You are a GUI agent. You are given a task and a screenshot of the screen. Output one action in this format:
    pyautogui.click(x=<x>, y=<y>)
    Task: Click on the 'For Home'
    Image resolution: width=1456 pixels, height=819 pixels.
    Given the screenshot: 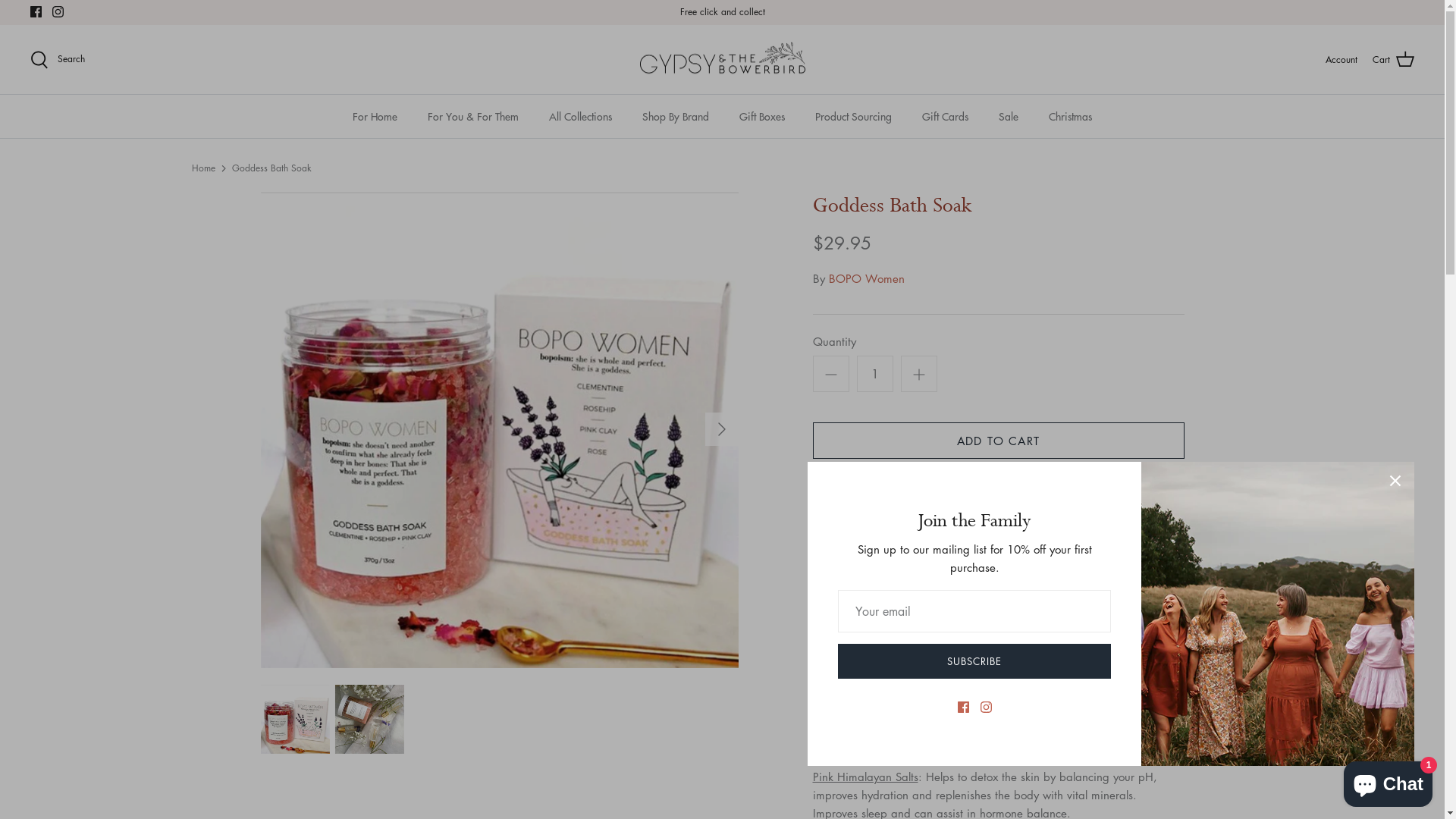 What is the action you would take?
    pyautogui.click(x=375, y=115)
    